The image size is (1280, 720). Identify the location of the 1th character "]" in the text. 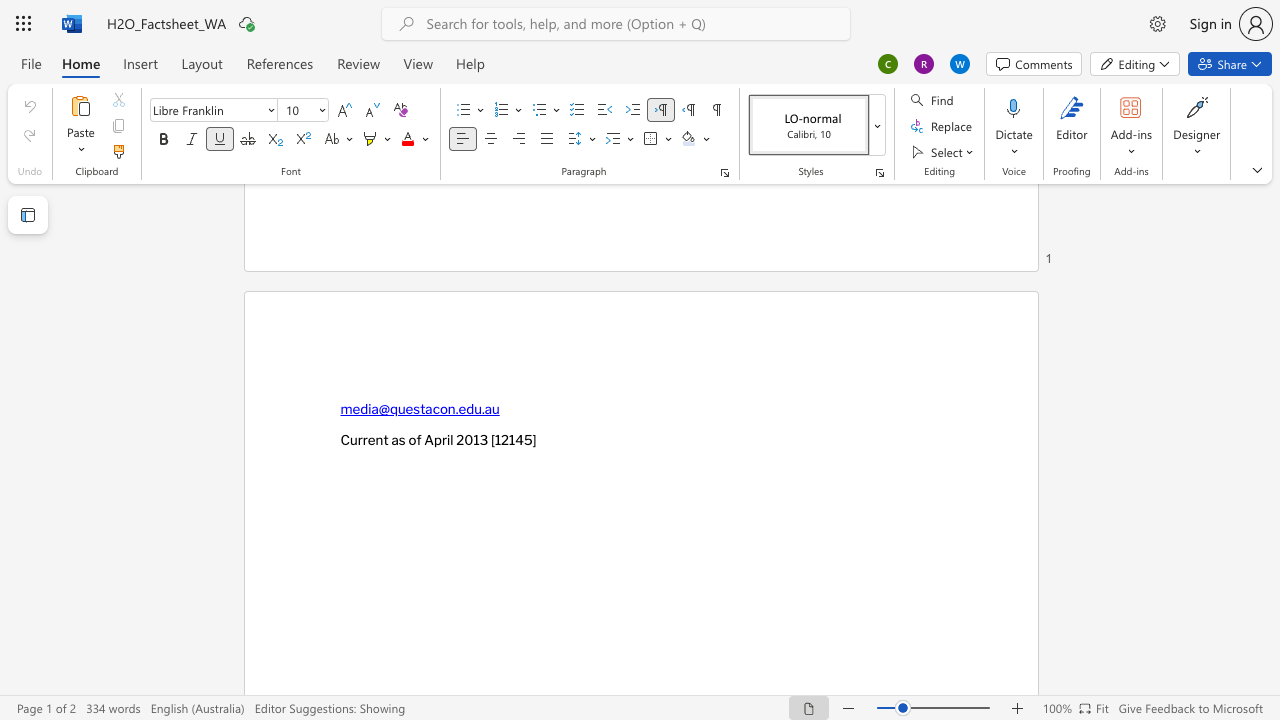
(534, 438).